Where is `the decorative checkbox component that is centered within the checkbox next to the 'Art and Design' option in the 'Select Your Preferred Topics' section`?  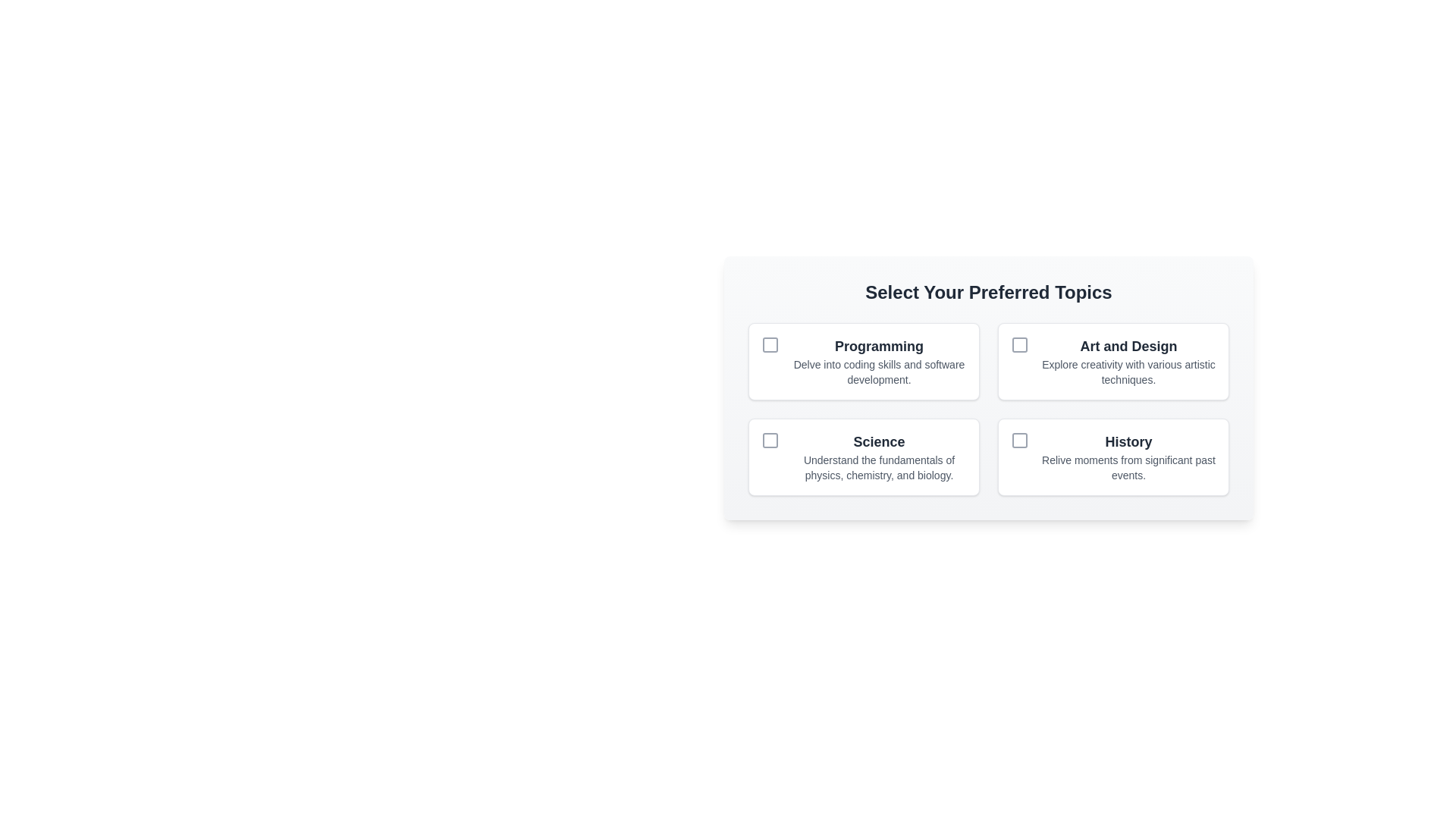 the decorative checkbox component that is centered within the checkbox next to the 'Art and Design' option in the 'Select Your Preferred Topics' section is located at coordinates (1019, 345).